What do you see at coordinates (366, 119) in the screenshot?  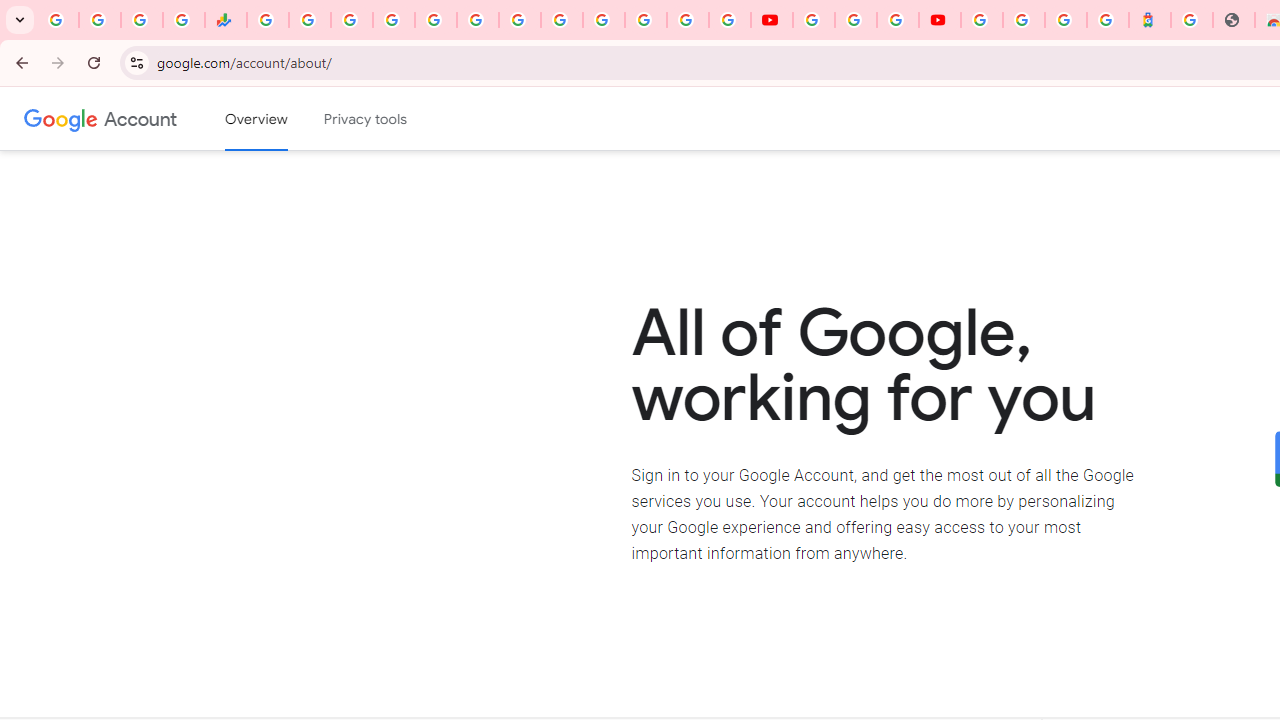 I see `'Privacy tools'` at bounding box center [366, 119].